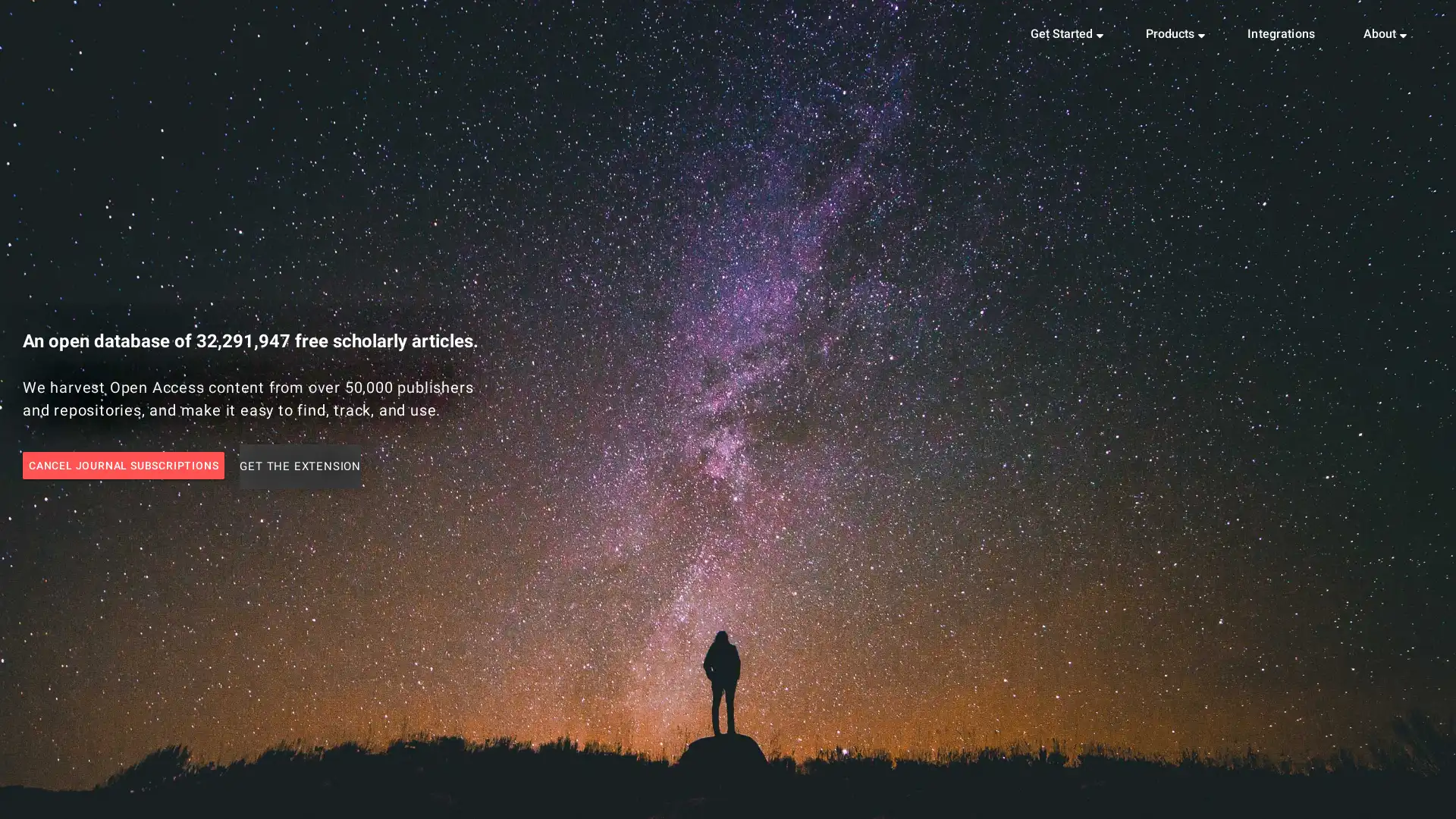  What do you see at coordinates (1175, 33) in the screenshot?
I see `Products` at bounding box center [1175, 33].